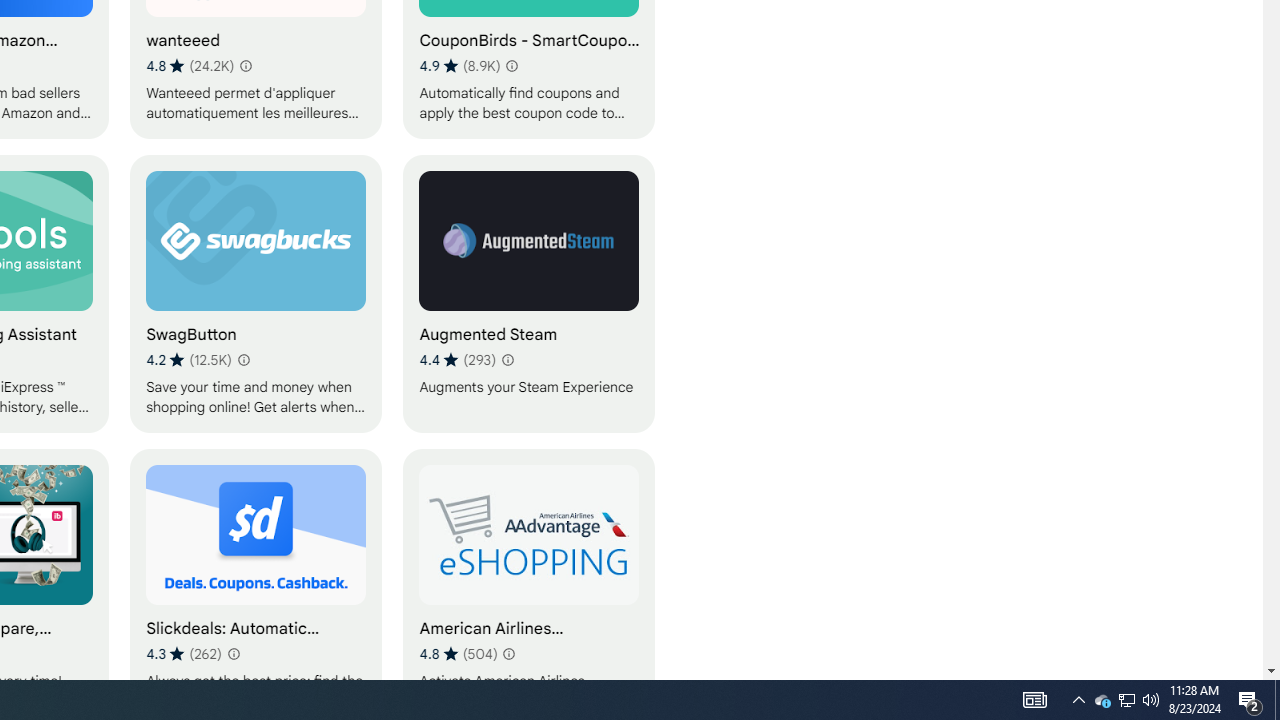 Image resolution: width=1280 pixels, height=720 pixels. What do you see at coordinates (183, 653) in the screenshot?
I see `'Average rating 4.3 out of 5 stars. 262 ratings.'` at bounding box center [183, 653].